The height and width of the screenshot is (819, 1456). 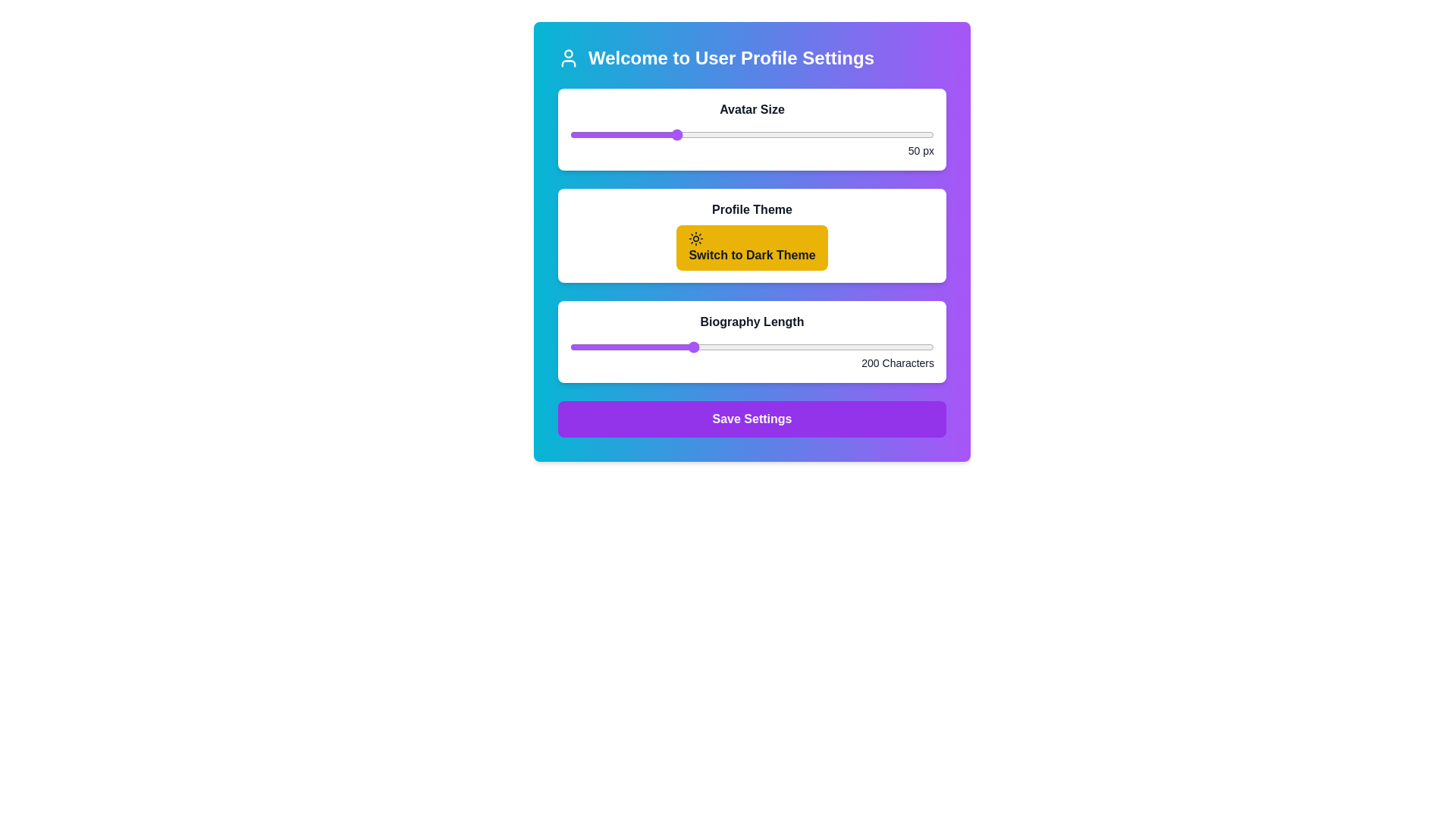 I want to click on avatar size, so click(x=668, y=133).